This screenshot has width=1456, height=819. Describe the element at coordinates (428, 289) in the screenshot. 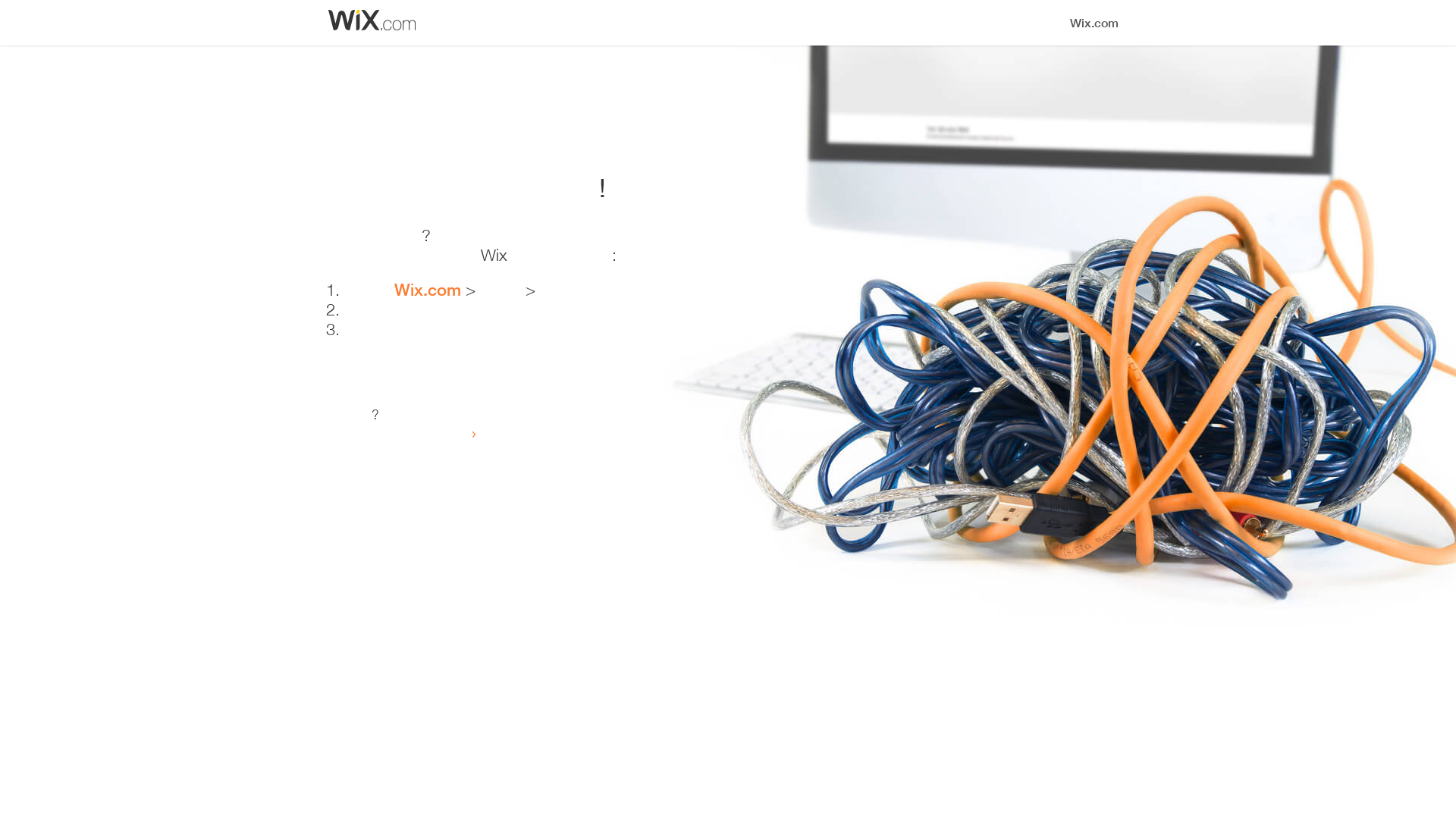

I see `'Wix.com'` at that location.